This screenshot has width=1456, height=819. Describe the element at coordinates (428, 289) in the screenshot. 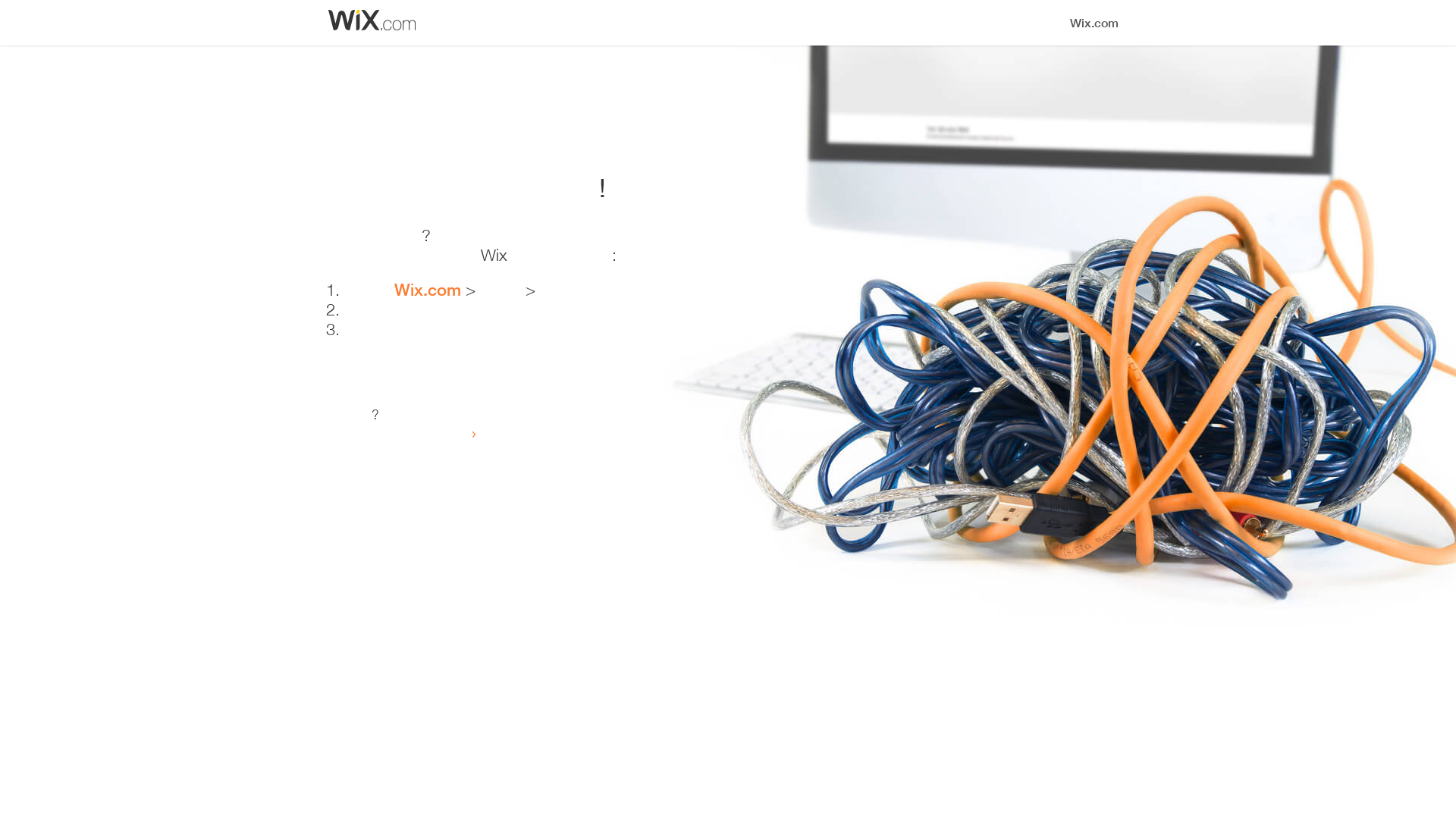

I see `'Wix.com'` at that location.